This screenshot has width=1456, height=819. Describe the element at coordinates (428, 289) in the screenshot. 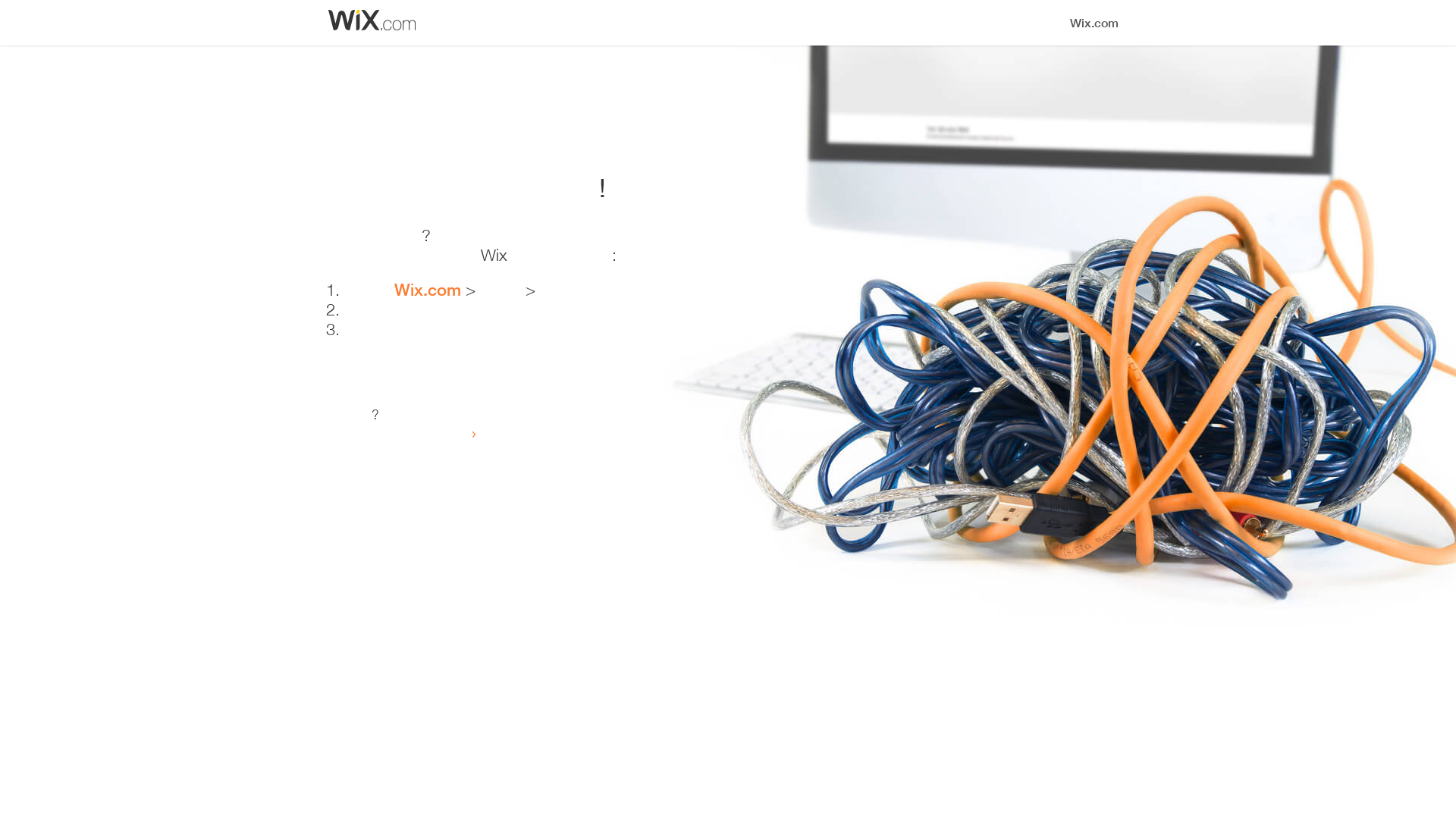

I see `'Wix.com'` at that location.